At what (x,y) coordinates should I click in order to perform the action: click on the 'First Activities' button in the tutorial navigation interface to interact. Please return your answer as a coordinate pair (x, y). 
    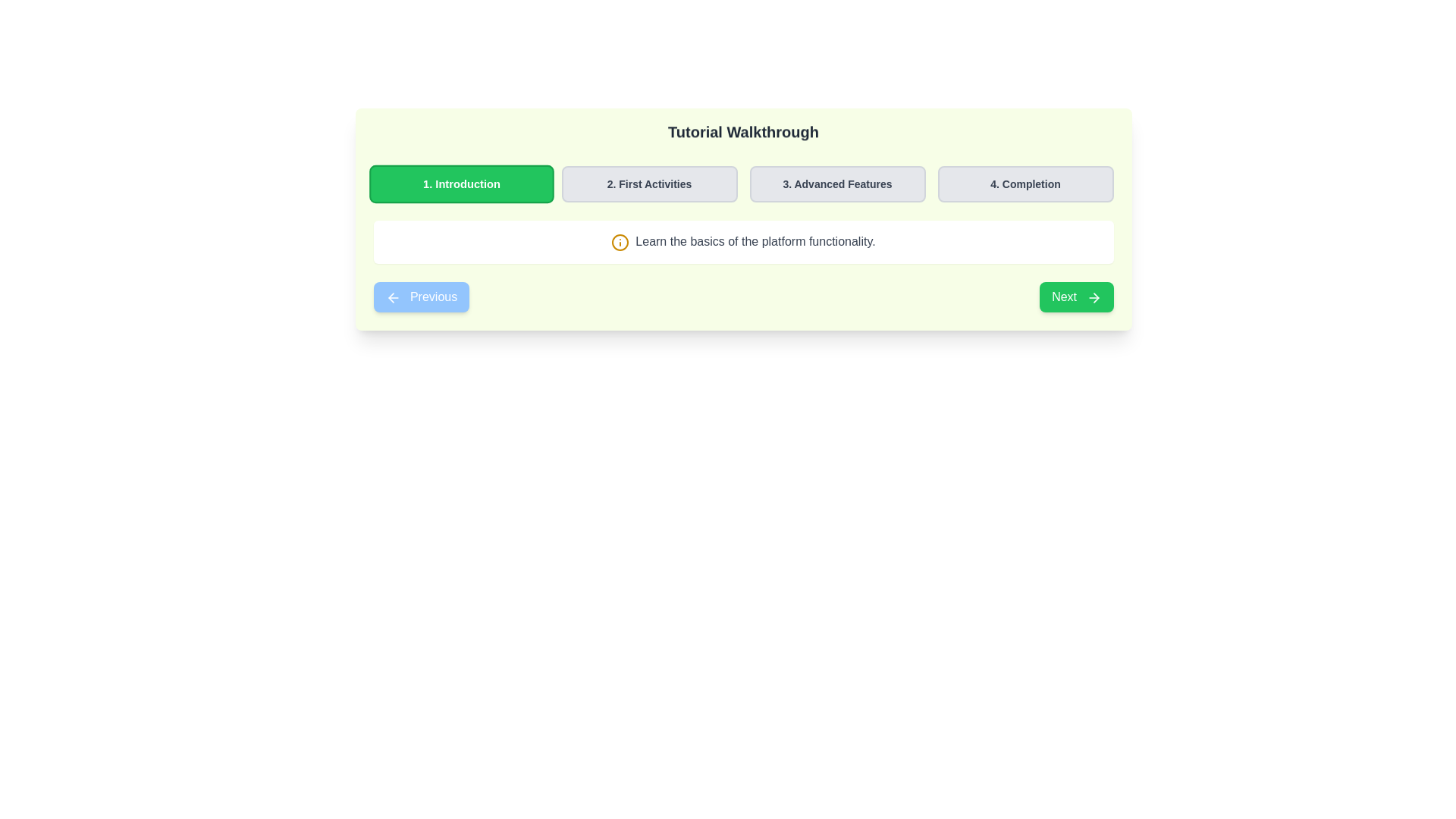
    Looking at the image, I should click on (649, 184).